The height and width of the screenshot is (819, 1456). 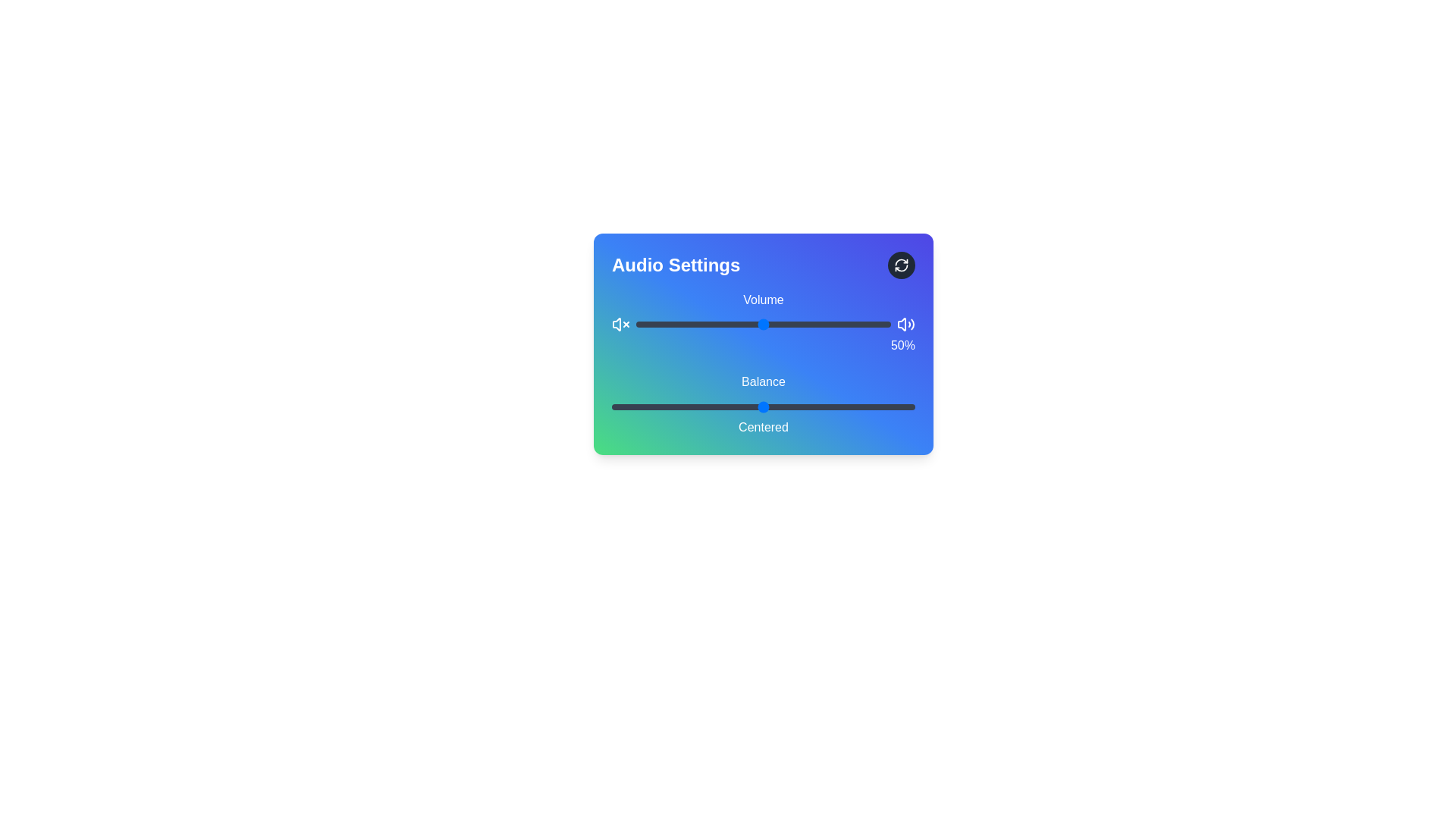 I want to click on the balance, so click(x=792, y=406).